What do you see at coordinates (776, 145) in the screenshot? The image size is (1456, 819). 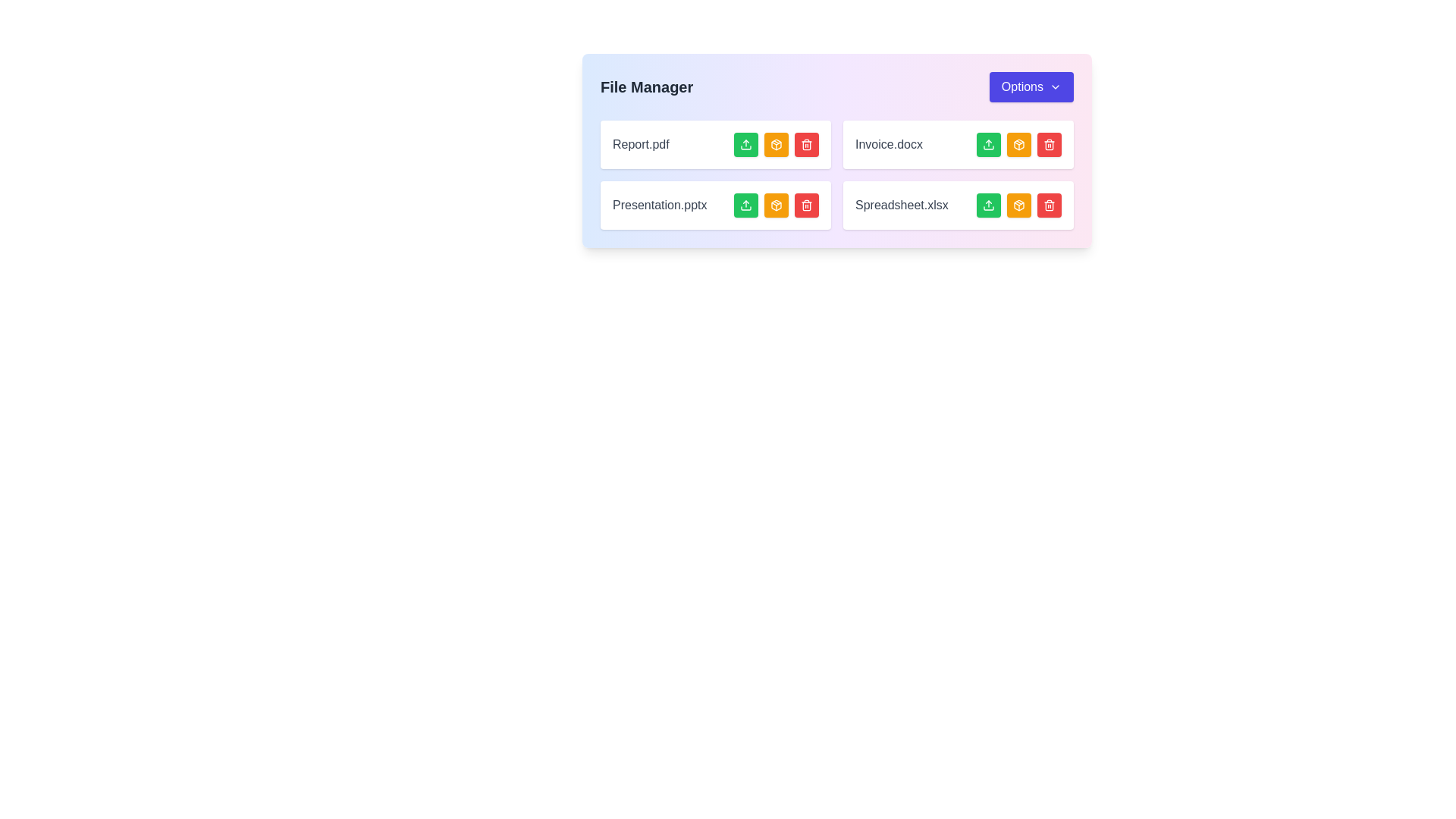 I see `the 'Archive' button located as the second button in the row of three buttons next to the file named 'Report.pdf' in the File Manager interface to archive the file` at bounding box center [776, 145].